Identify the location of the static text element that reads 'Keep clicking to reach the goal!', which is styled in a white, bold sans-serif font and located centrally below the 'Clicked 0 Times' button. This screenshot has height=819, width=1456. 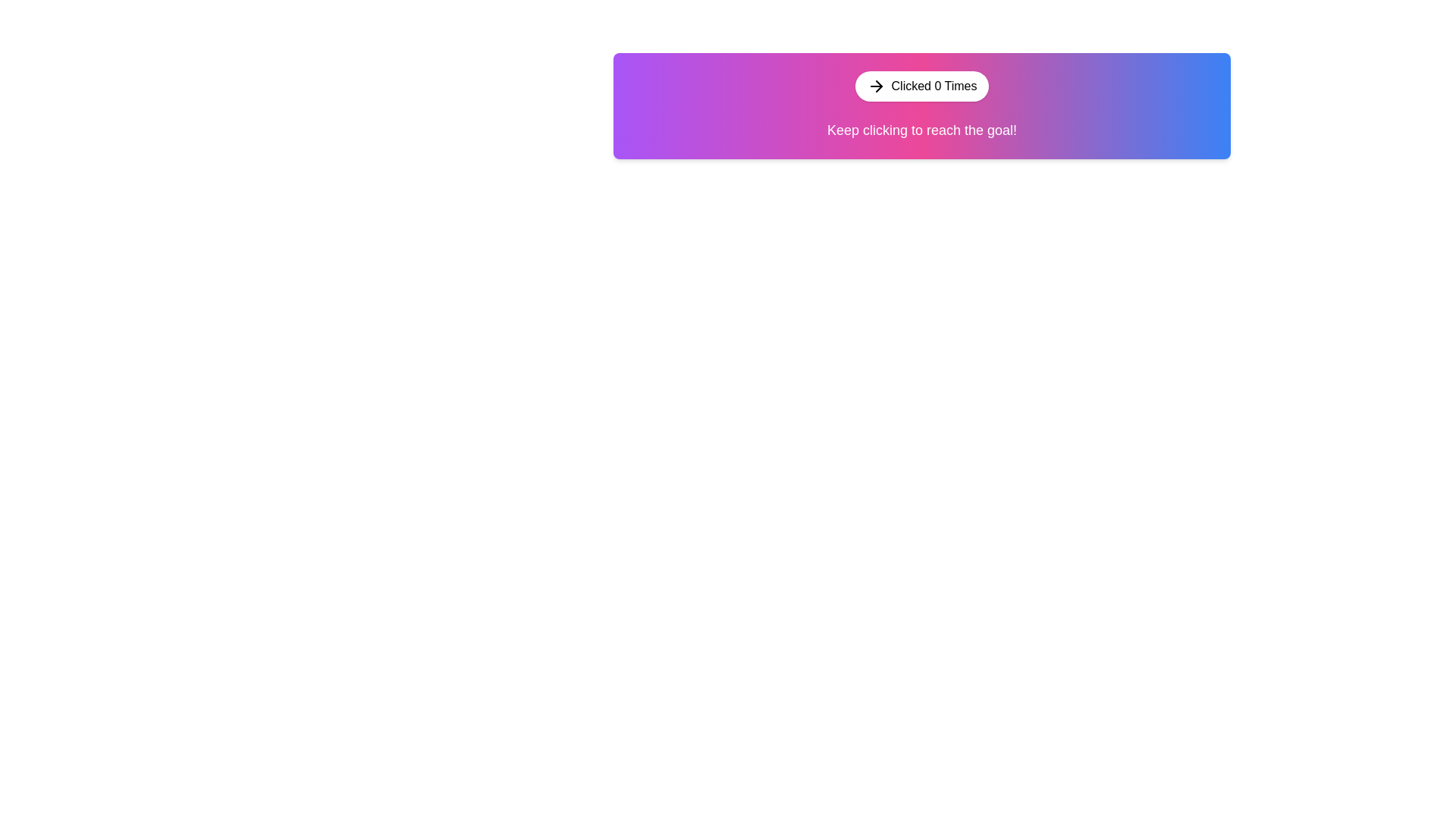
(921, 130).